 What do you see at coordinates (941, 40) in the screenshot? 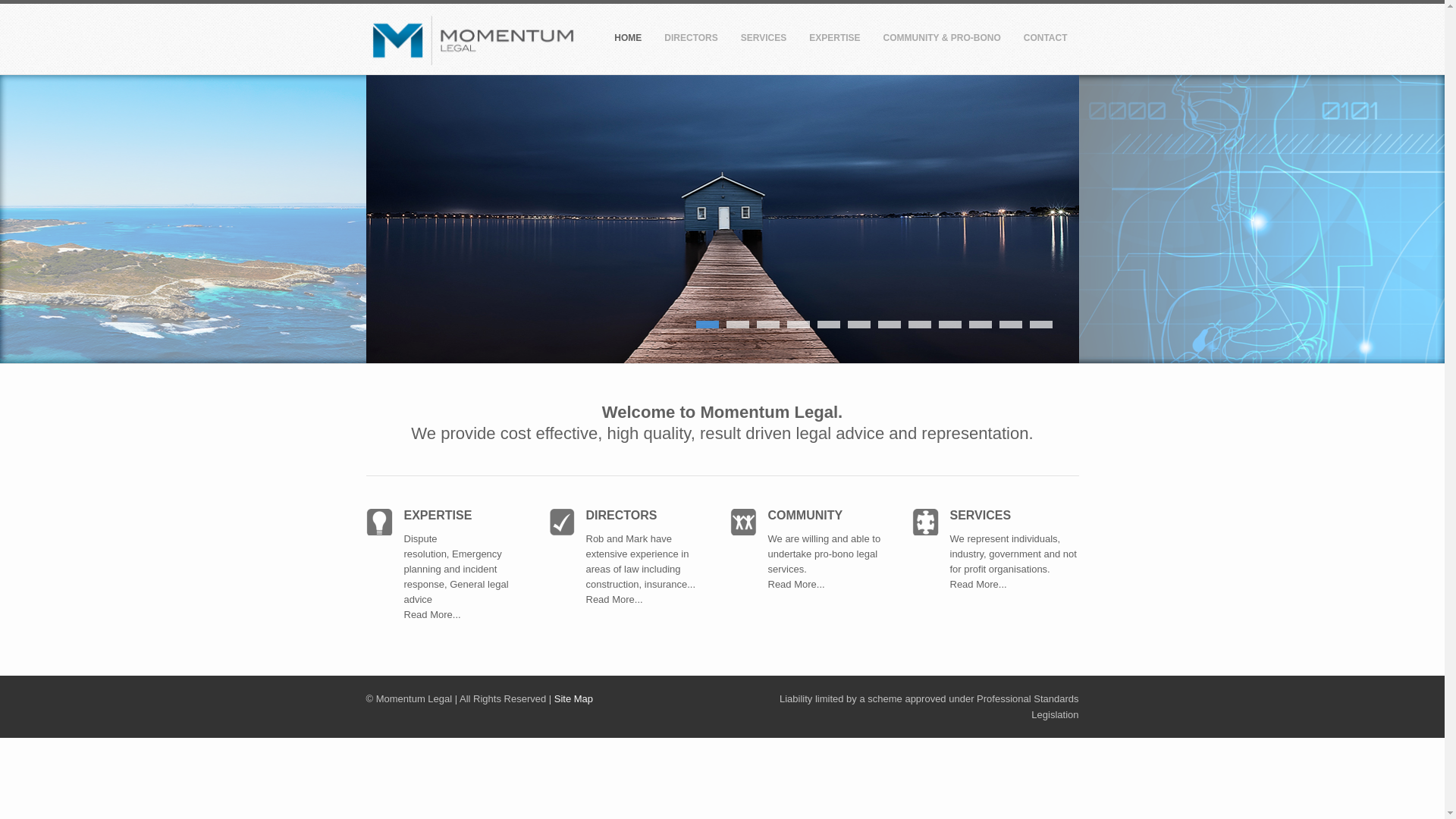
I see `'COMMUNITY & PRO-BONO'` at bounding box center [941, 40].